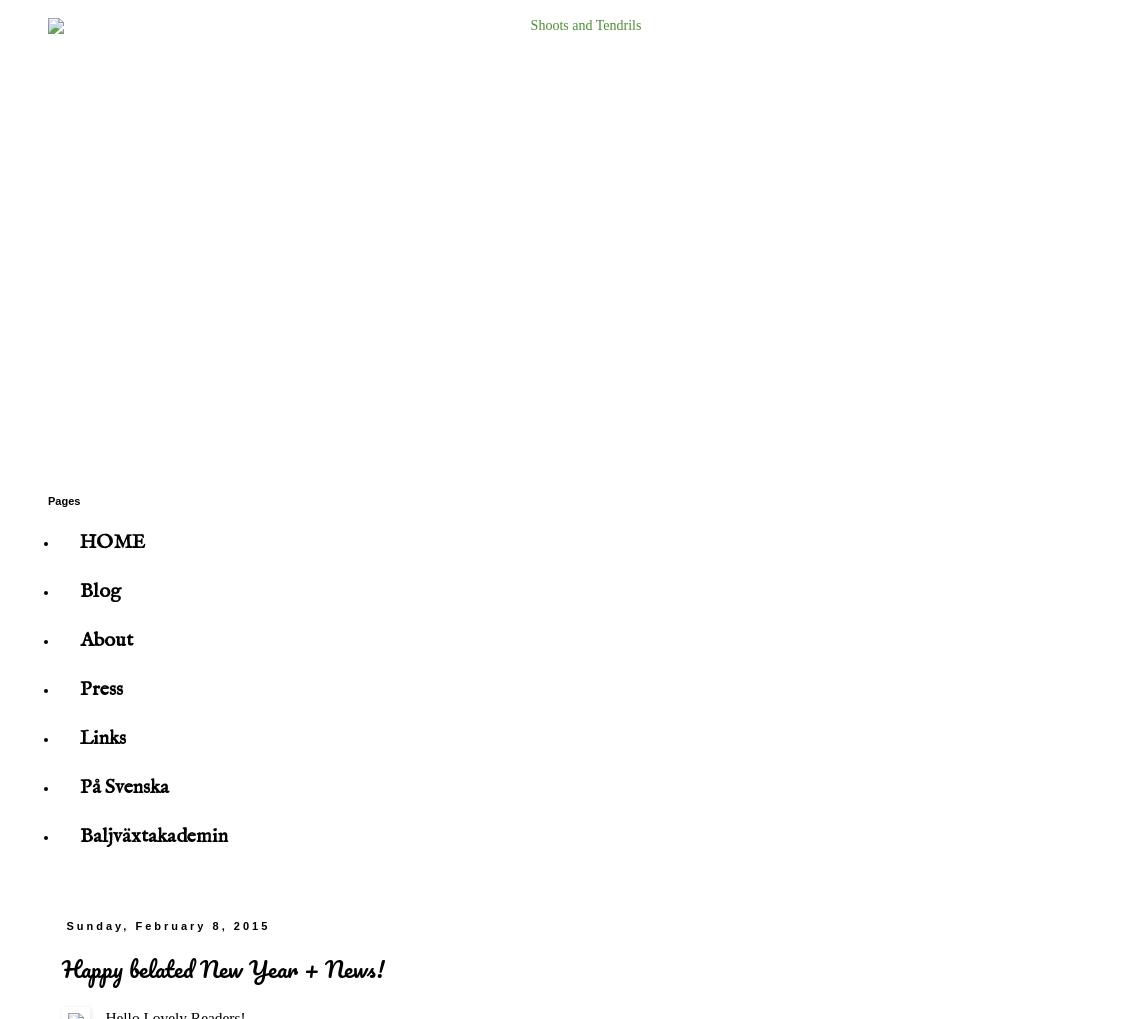  What do you see at coordinates (124, 786) in the screenshot?
I see `'På Svenska'` at bounding box center [124, 786].